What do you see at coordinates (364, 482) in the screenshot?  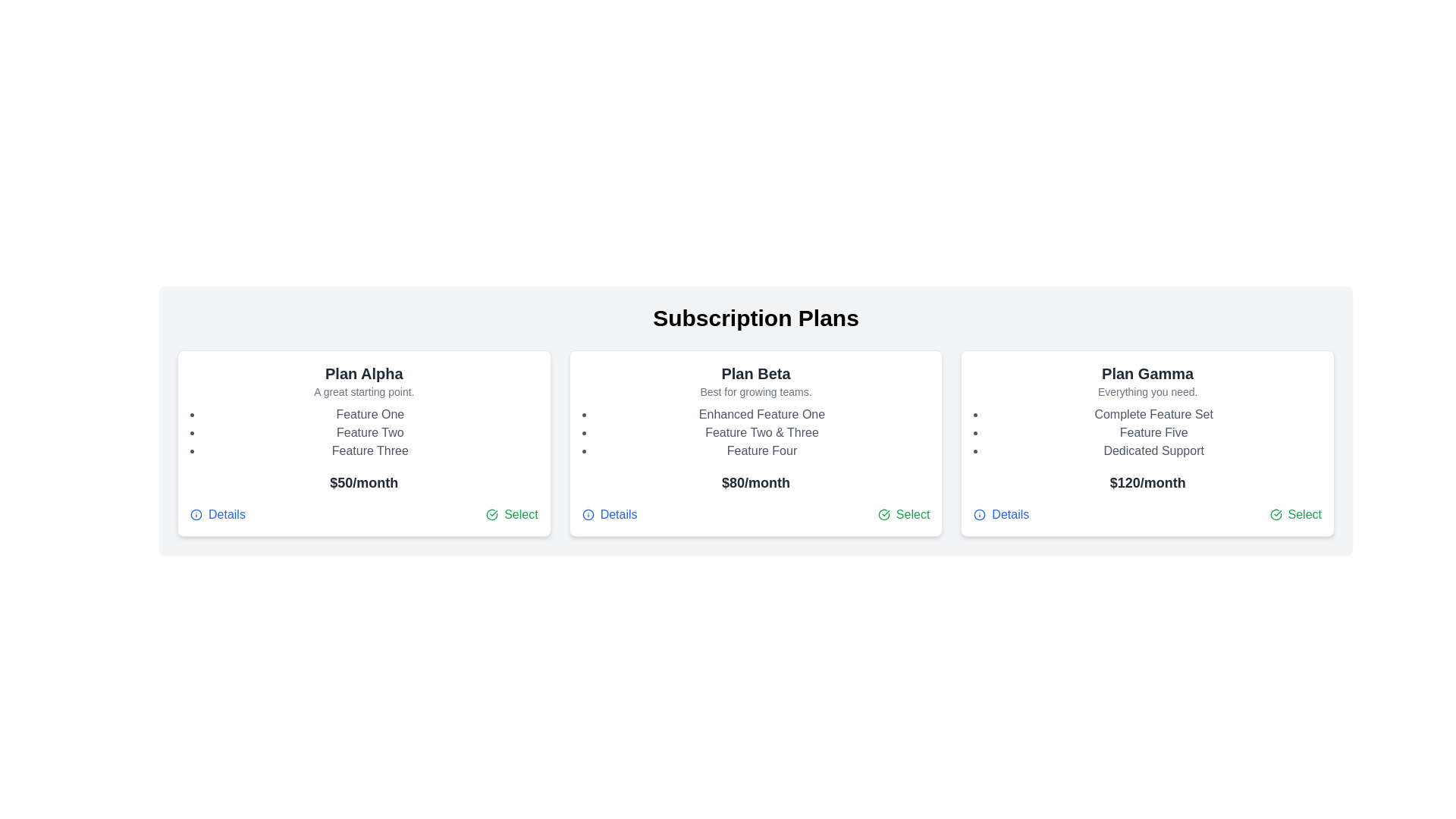 I see `the text label displaying the cost of the 'Plan Alpha' subscription located in the lower section of the subscription card, between the features and the interactive options` at bounding box center [364, 482].